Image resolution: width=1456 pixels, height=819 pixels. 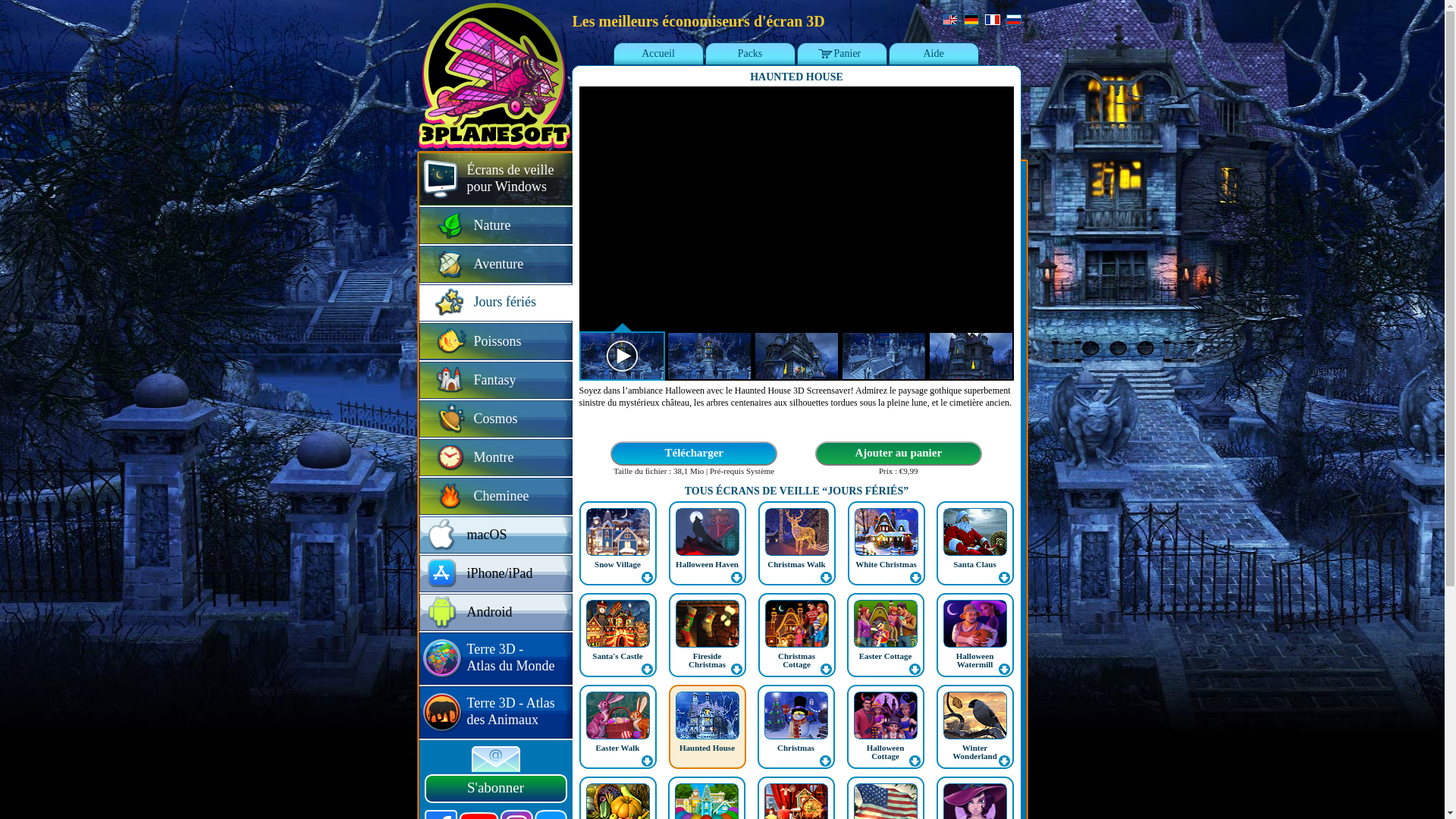 What do you see at coordinates (494, 226) in the screenshot?
I see `'Nature'` at bounding box center [494, 226].